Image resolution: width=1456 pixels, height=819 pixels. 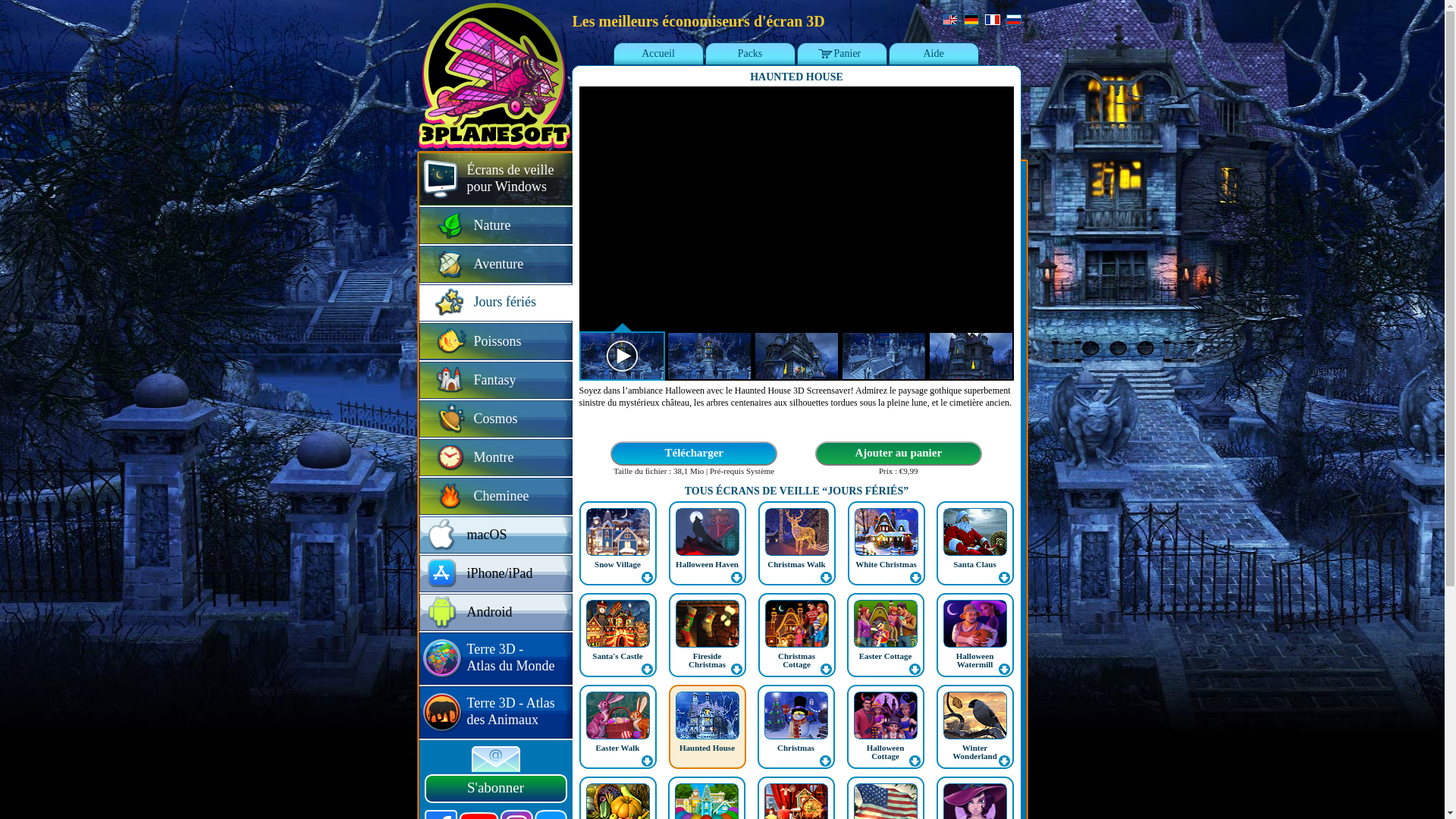 What do you see at coordinates (494, 226) in the screenshot?
I see `'Nature'` at bounding box center [494, 226].